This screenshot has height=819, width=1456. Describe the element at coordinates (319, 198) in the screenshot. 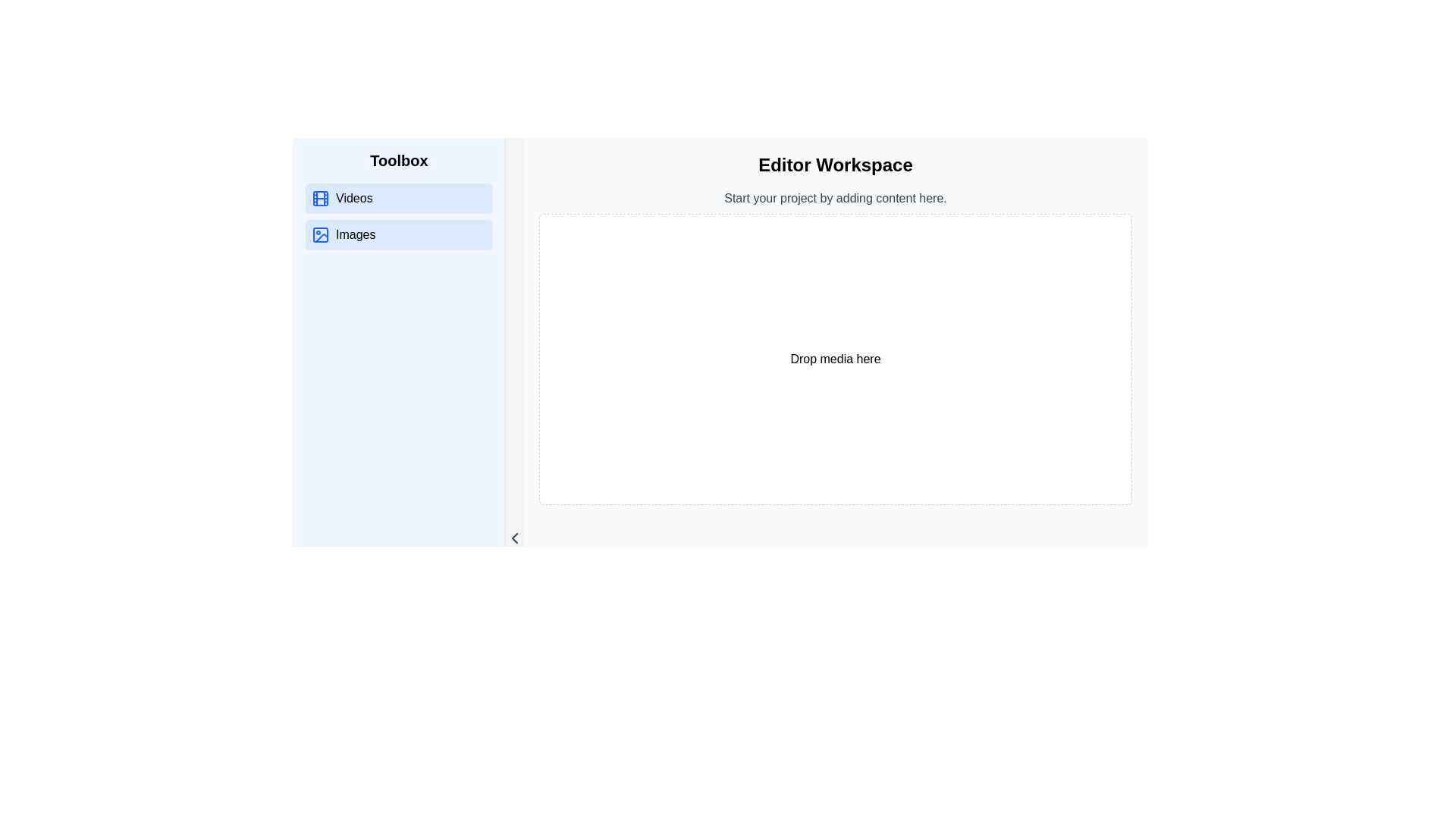

I see `the decorative rectangle icon representing 'Videos' in the left-hand navigation toolbox, positioned above the 'Images' icon` at that location.